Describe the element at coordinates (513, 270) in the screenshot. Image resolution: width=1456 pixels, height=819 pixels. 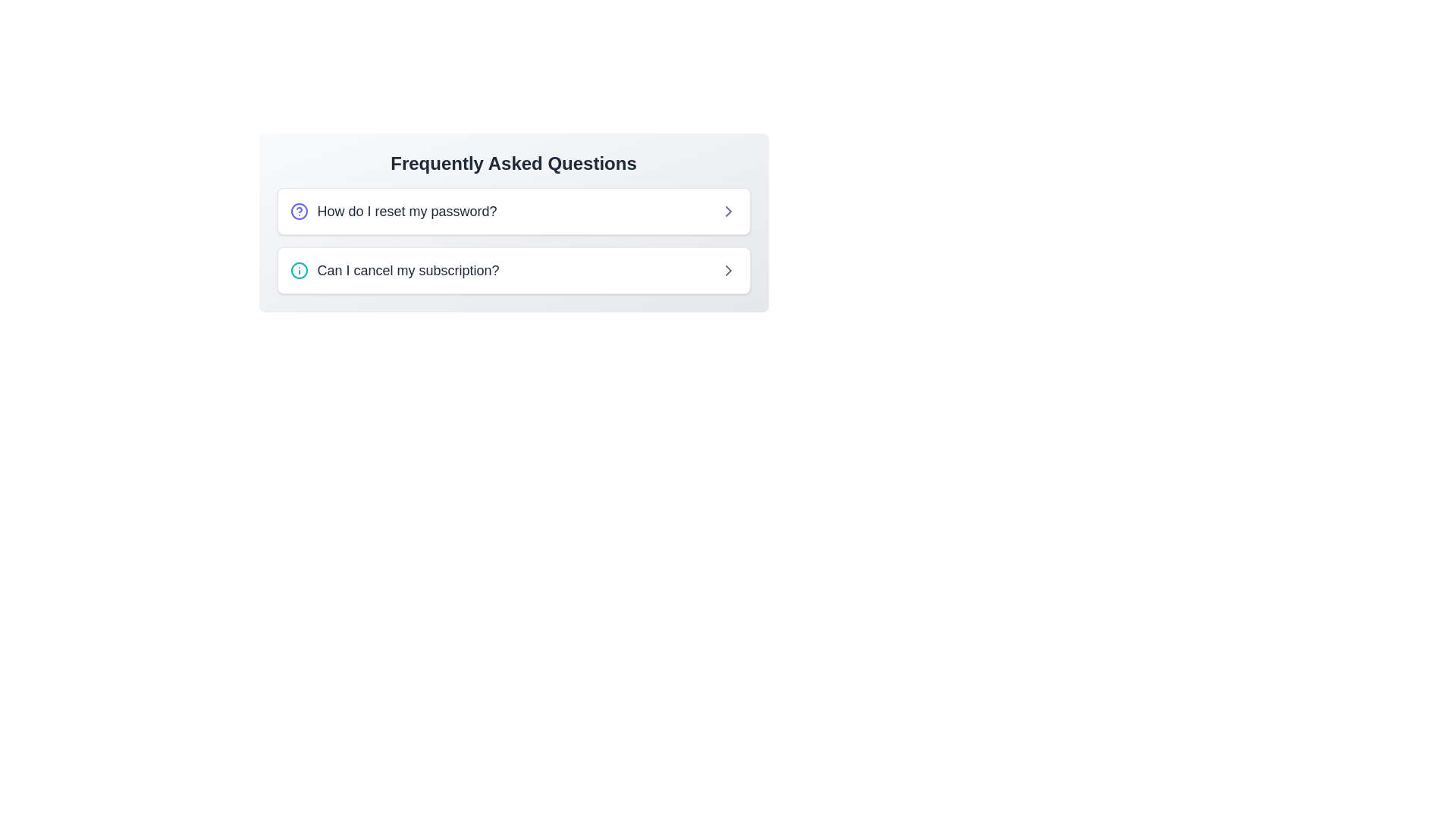
I see `the second FAQ card item titled 'How do I cancel my subscription?' for reordering within the FAQ section` at that location.